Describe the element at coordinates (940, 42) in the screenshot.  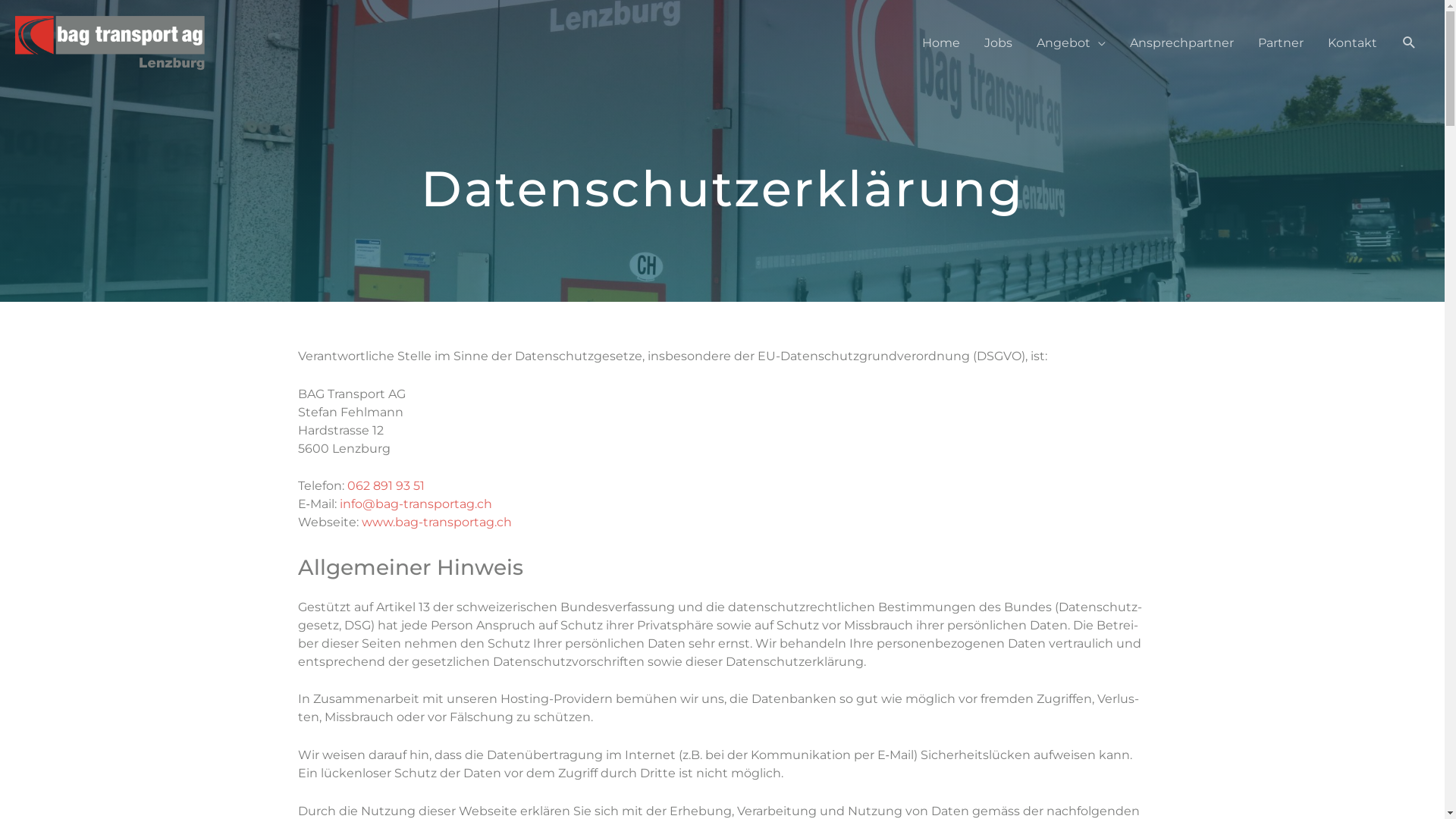
I see `'Home'` at that location.